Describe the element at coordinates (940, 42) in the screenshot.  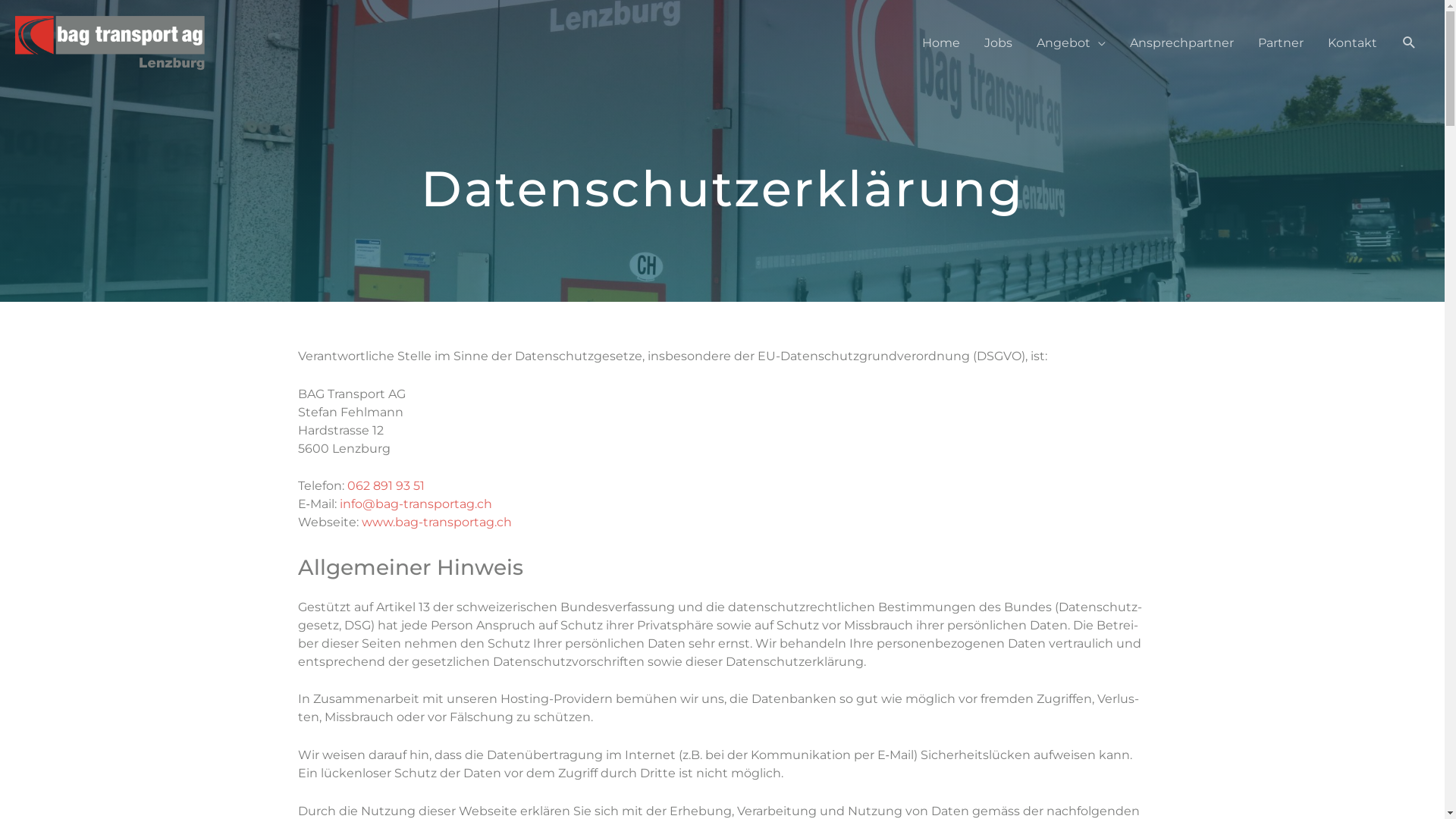
I see `'Home'` at that location.